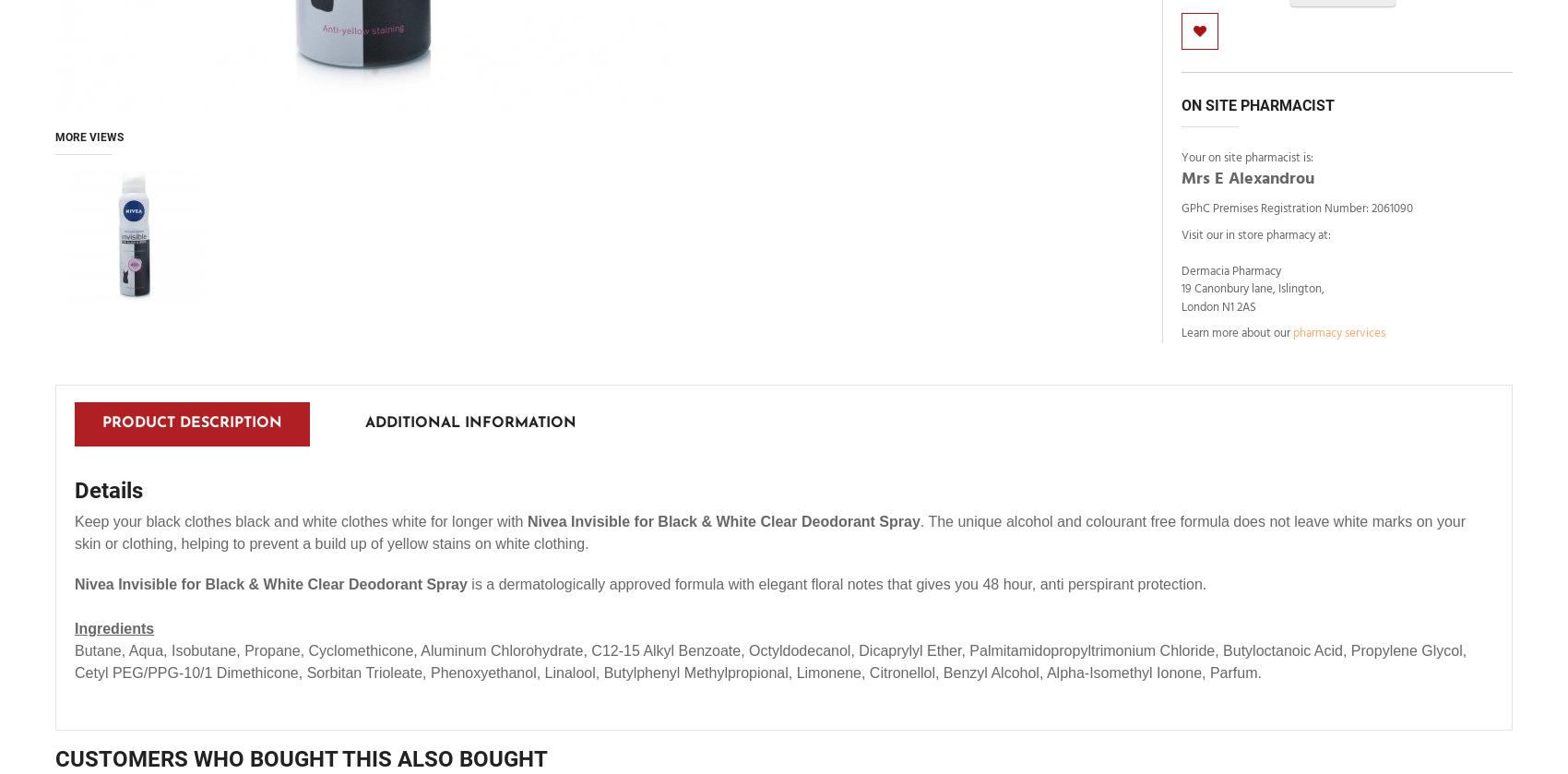 The width and height of the screenshot is (1568, 774). Describe the element at coordinates (1181, 208) in the screenshot. I see `'GPhC Premises Registration Number: 2061090'` at that location.